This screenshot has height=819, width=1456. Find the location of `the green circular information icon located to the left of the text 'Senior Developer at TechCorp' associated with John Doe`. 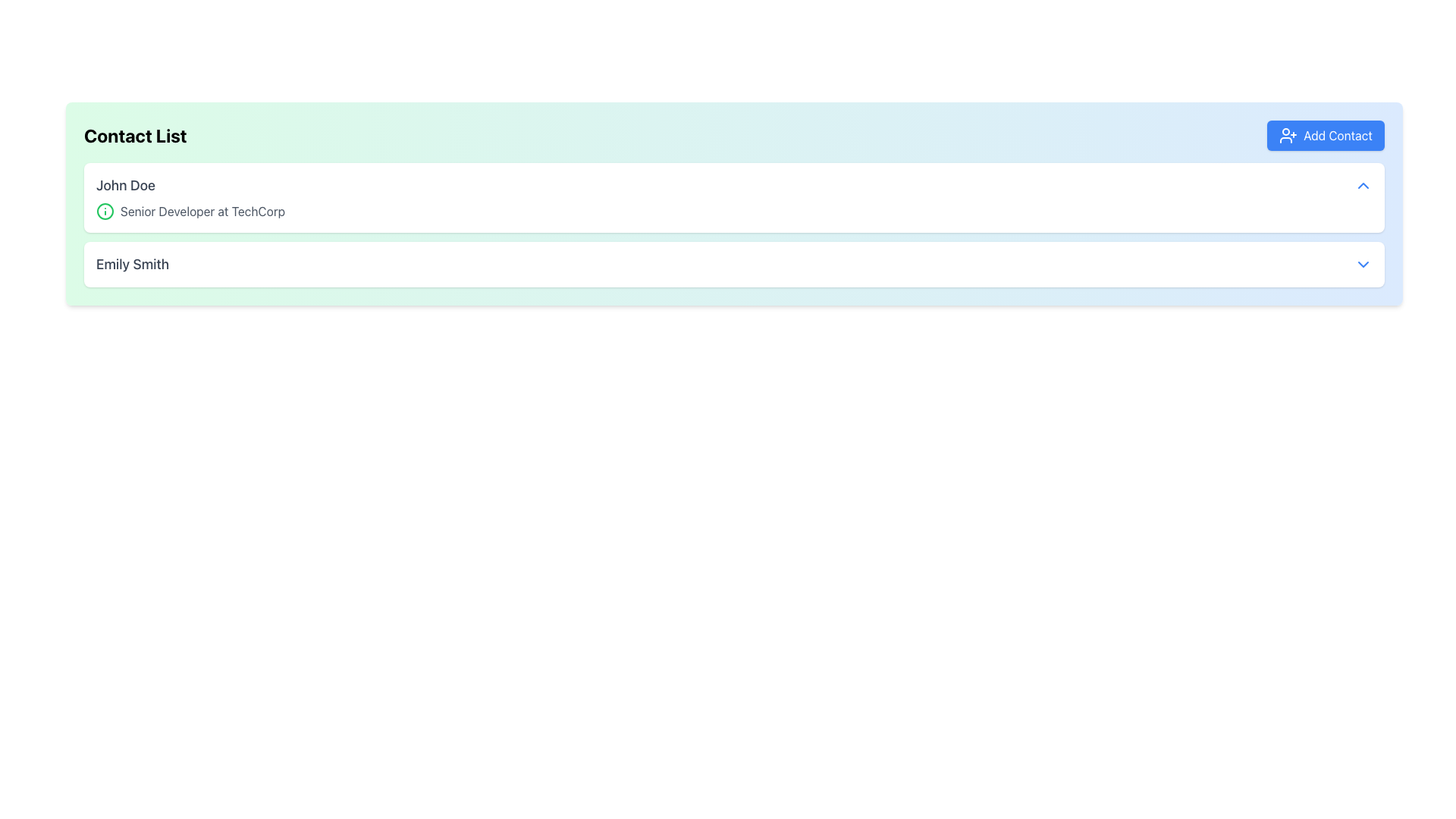

the green circular information icon located to the left of the text 'Senior Developer at TechCorp' associated with John Doe is located at coordinates (105, 211).